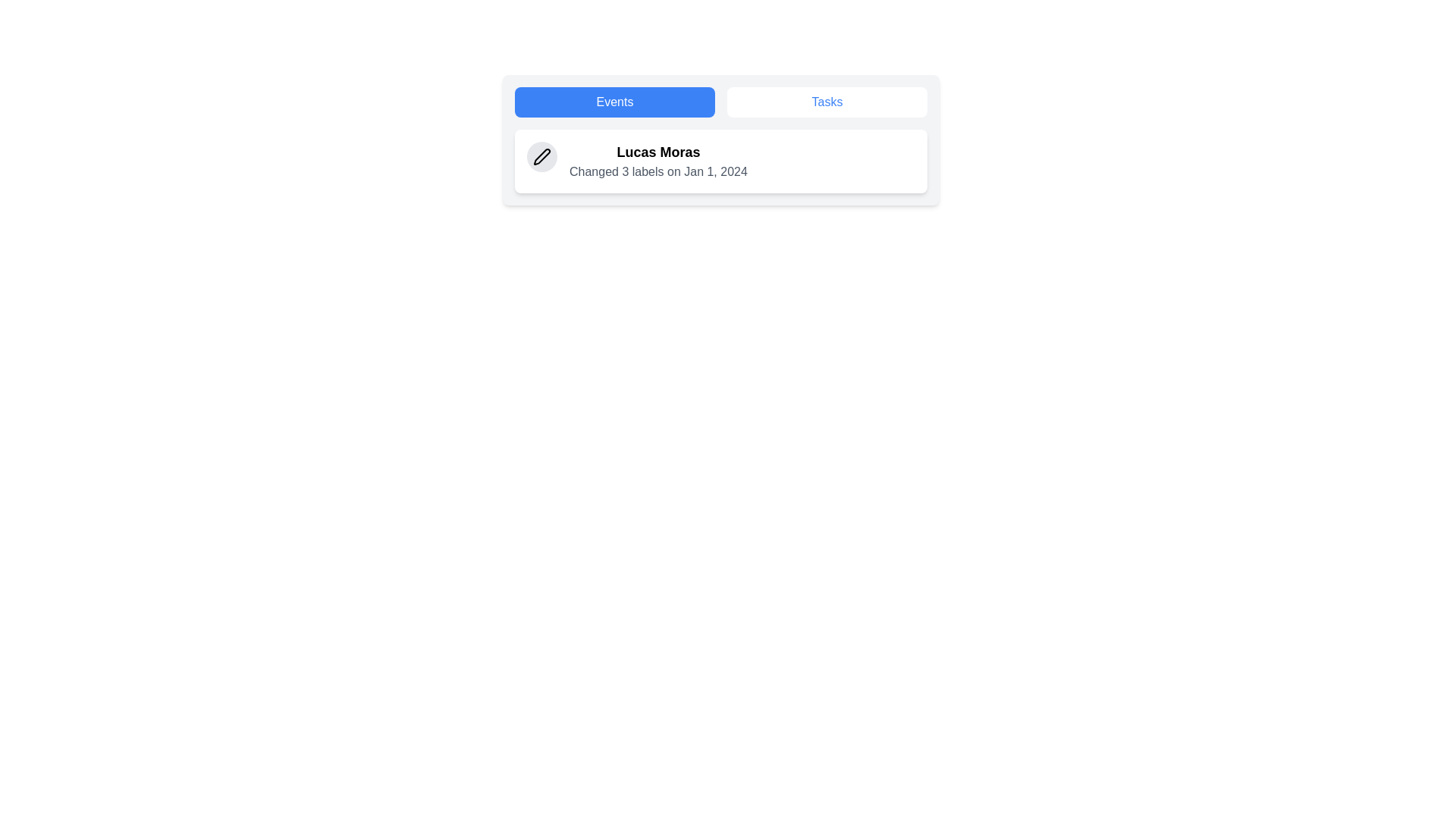 This screenshot has width=1456, height=819. I want to click on the pen icon located inside a circular background to the left of 'Lucas Moras' text within the user activity card, so click(542, 157).